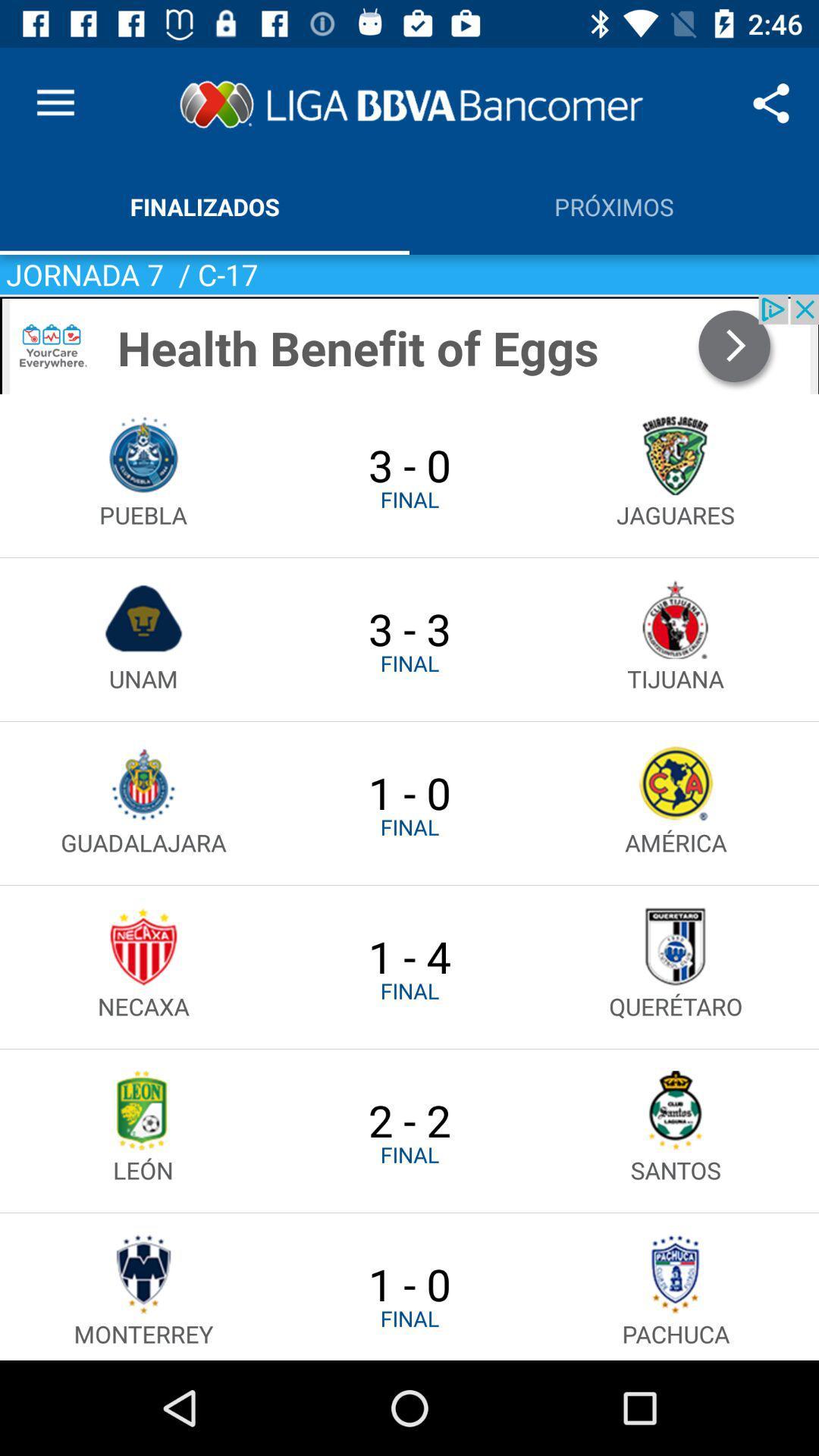 The image size is (819, 1456). Describe the element at coordinates (409, 344) in the screenshot. I see `visit the advertiser page` at that location.